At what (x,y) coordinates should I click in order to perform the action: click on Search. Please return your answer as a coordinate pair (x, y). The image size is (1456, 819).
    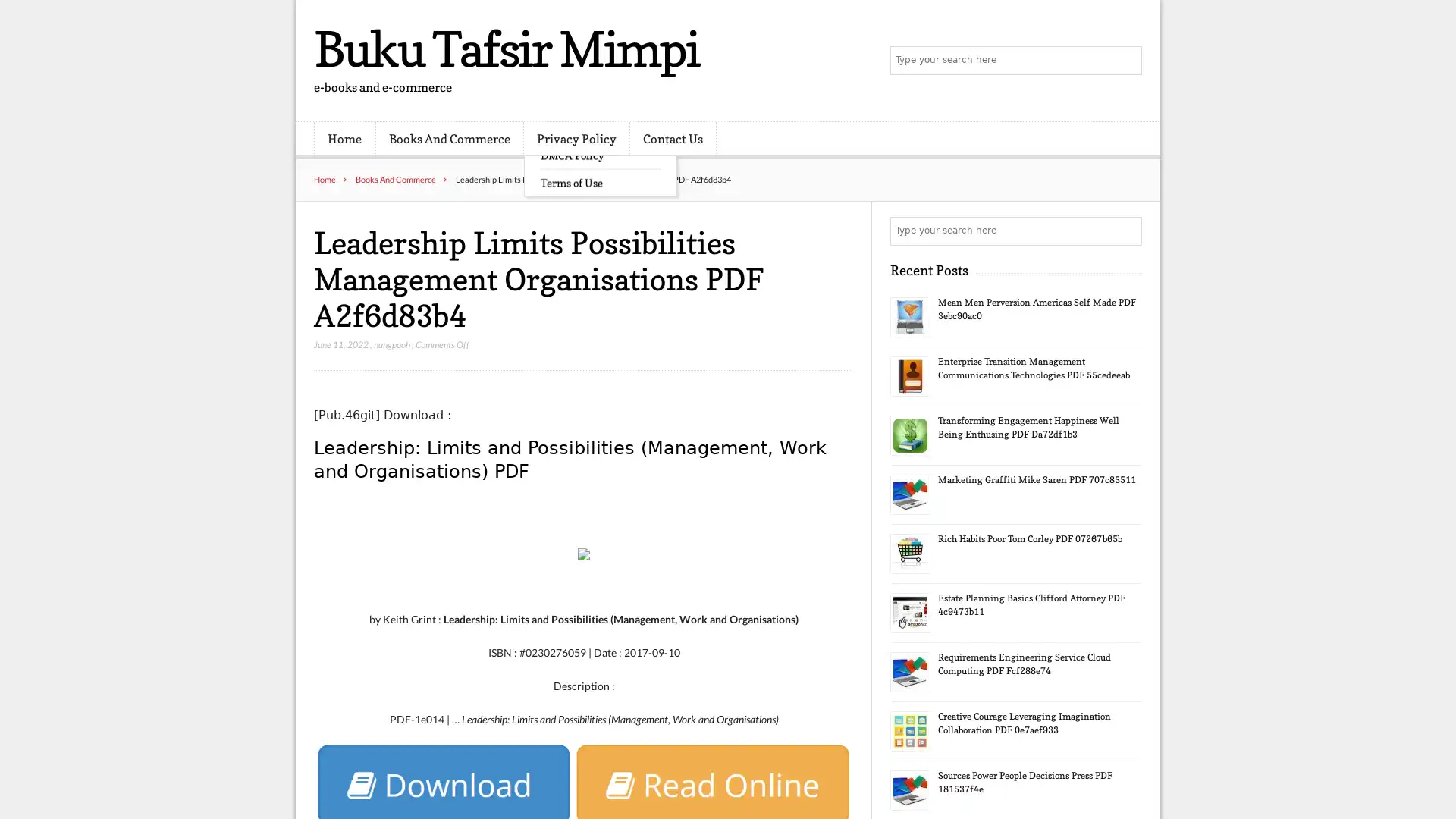
    Looking at the image, I should click on (1126, 231).